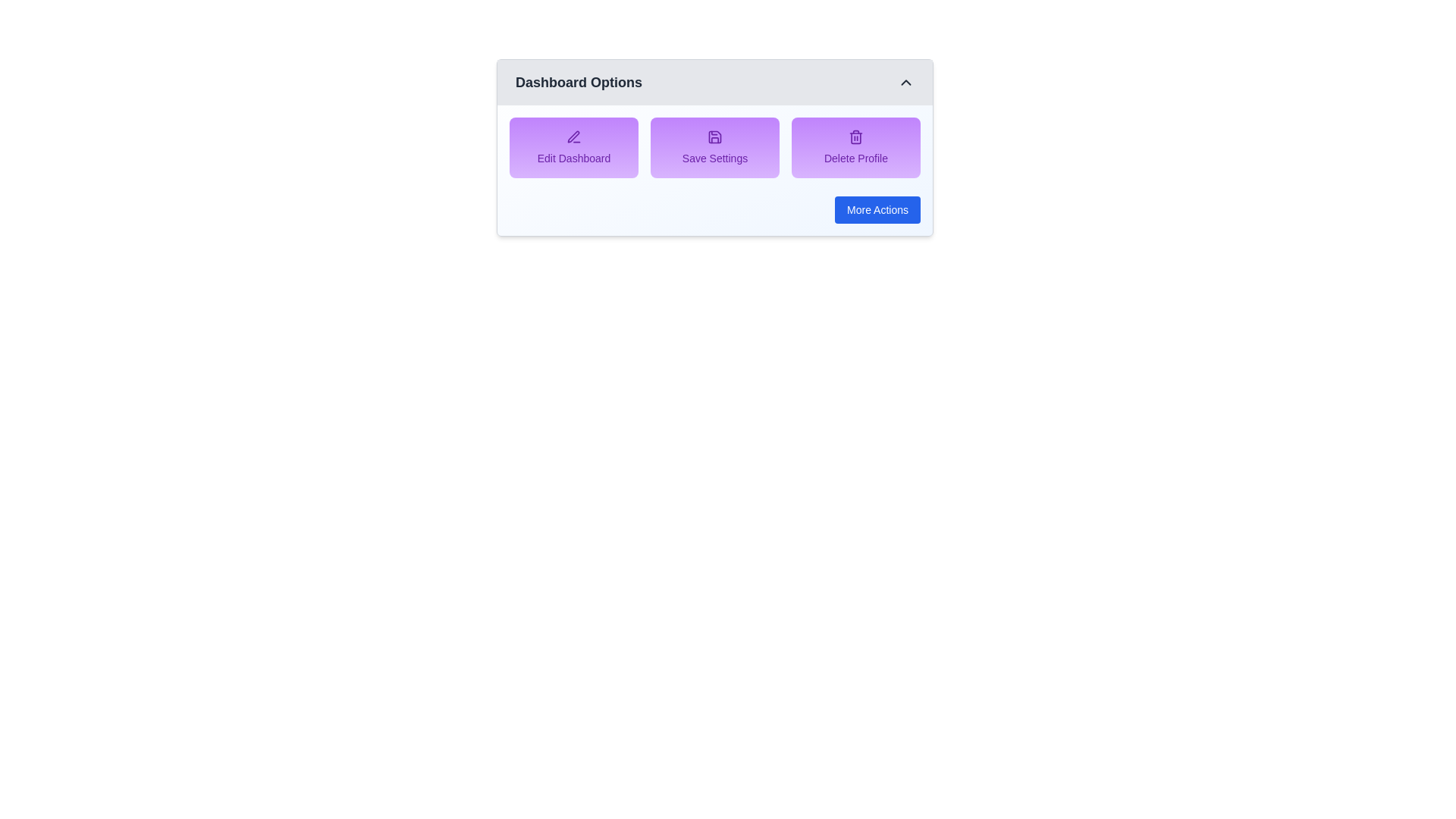 This screenshot has width=1456, height=819. I want to click on the 'Save Settings' option in the menu, so click(714, 148).